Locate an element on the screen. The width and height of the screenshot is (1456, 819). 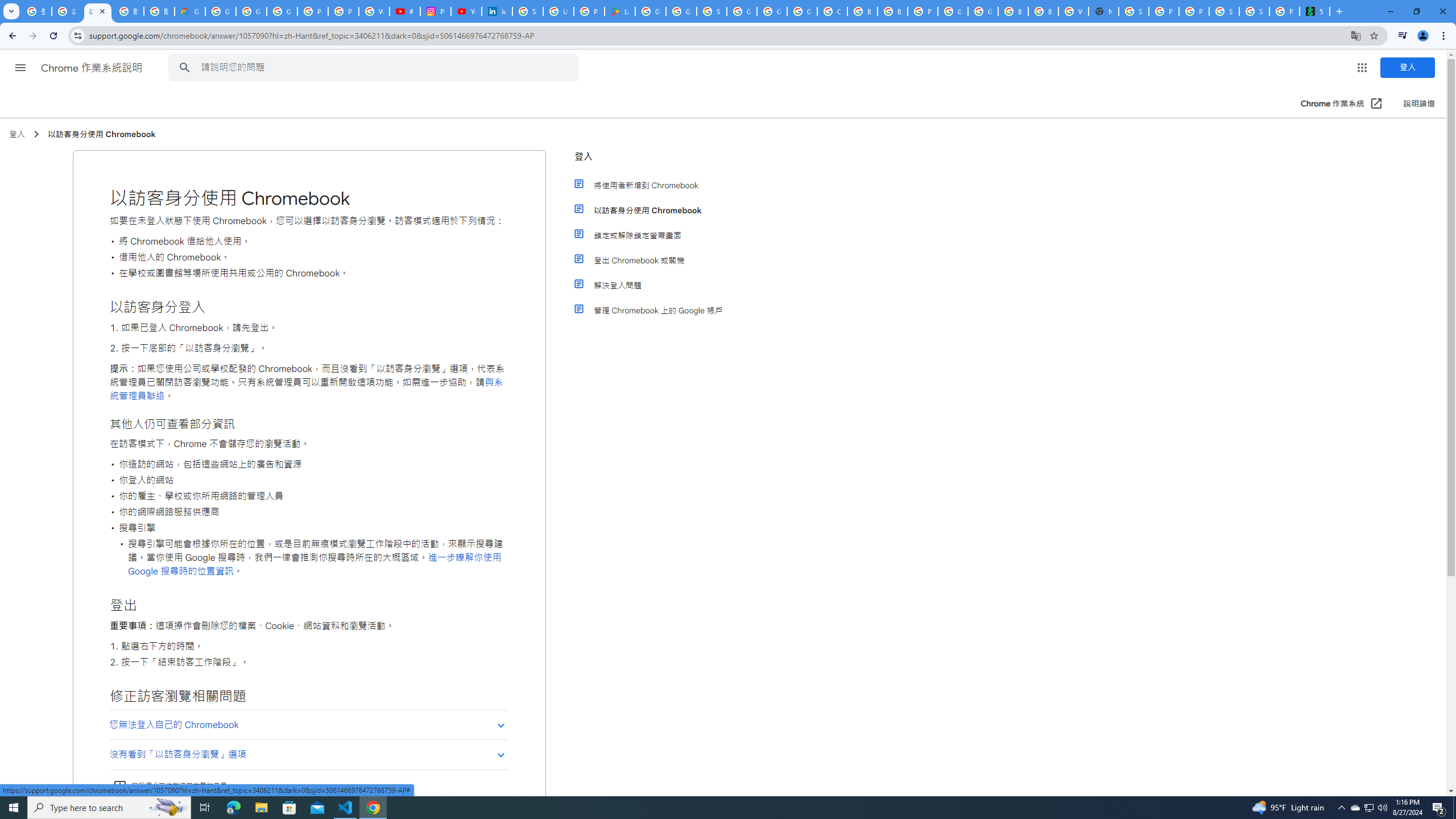
'Browse Chrome as a guest - Computer - Google Chrome Help' is located at coordinates (1013, 11).